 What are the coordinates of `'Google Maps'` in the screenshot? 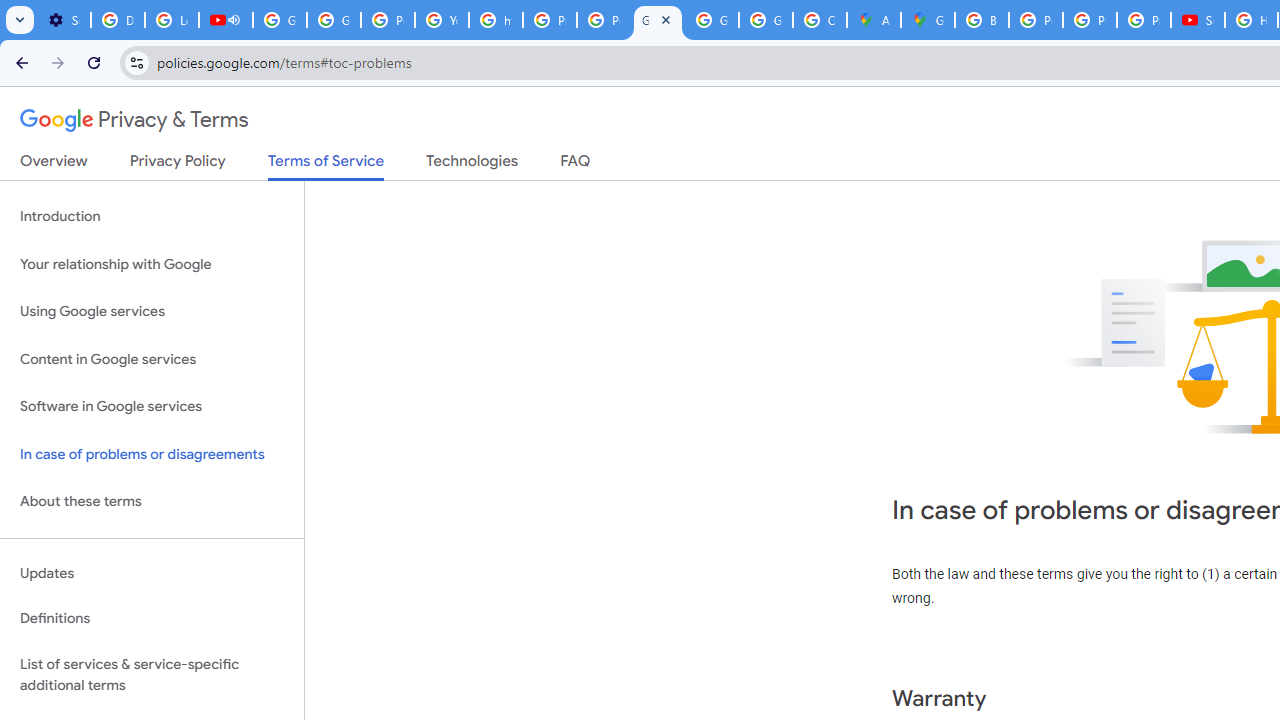 It's located at (927, 20).